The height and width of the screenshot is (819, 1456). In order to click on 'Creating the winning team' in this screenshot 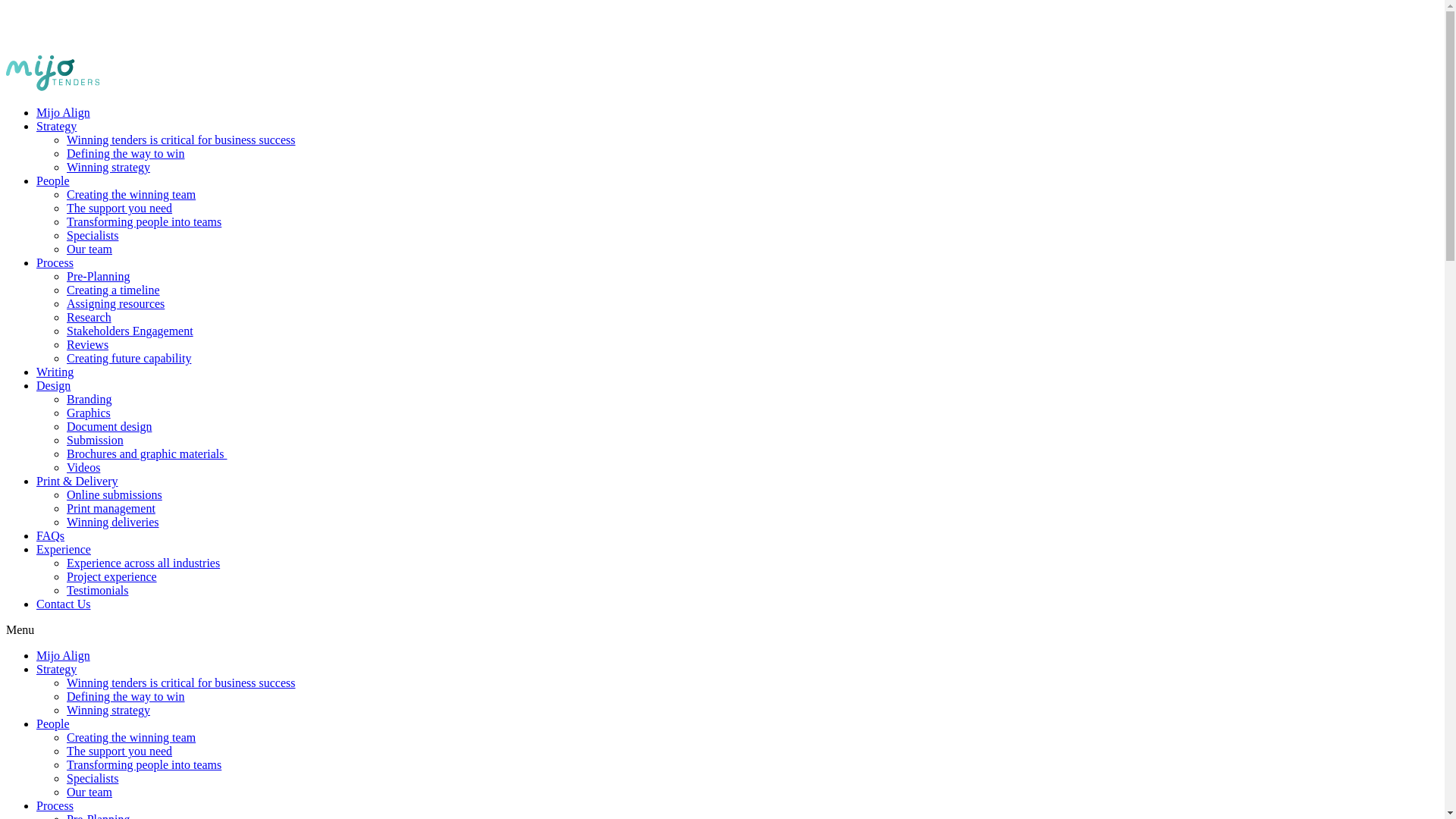, I will do `click(130, 736)`.